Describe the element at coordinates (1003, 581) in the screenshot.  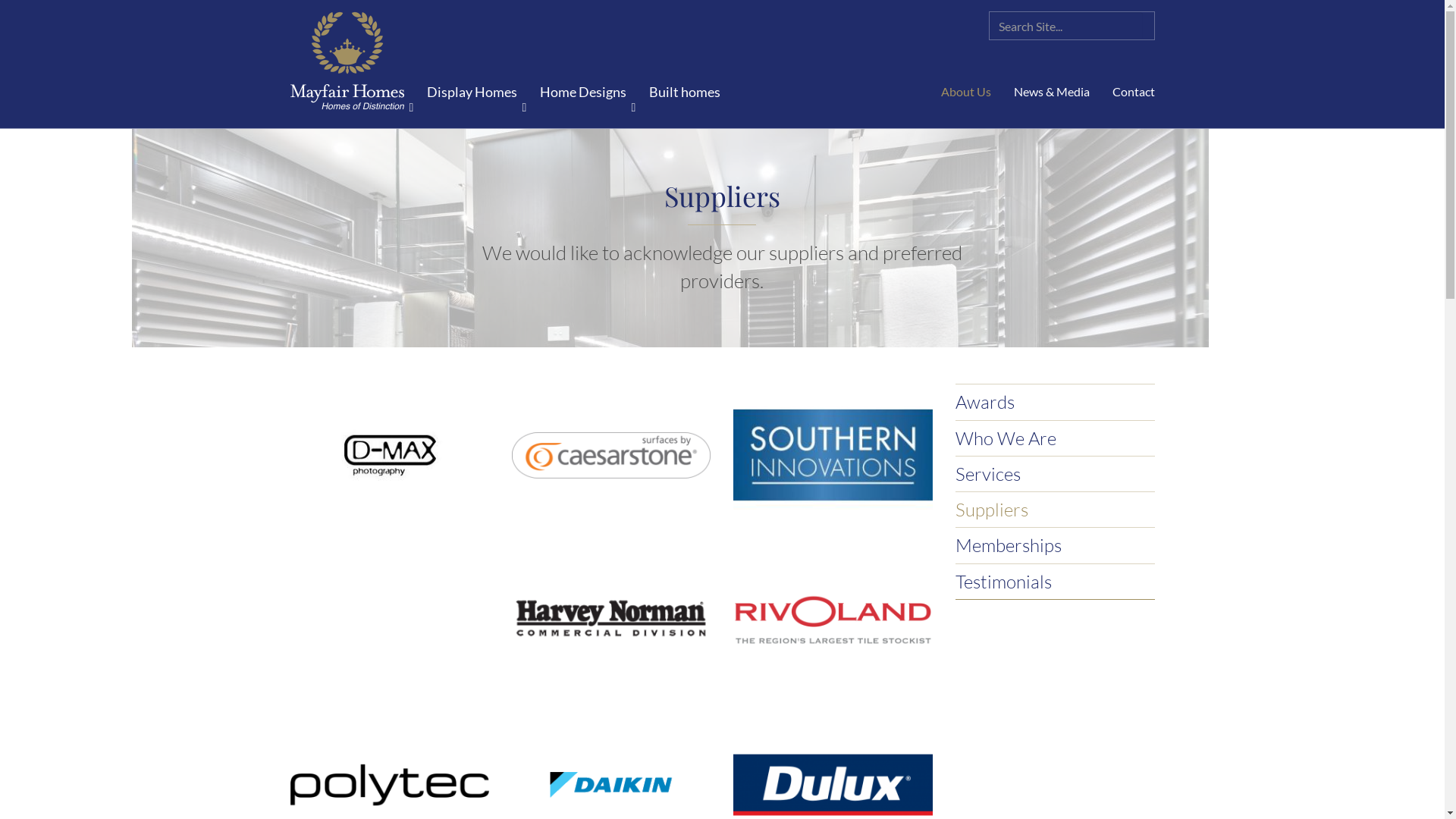
I see `'Testimonials'` at that location.